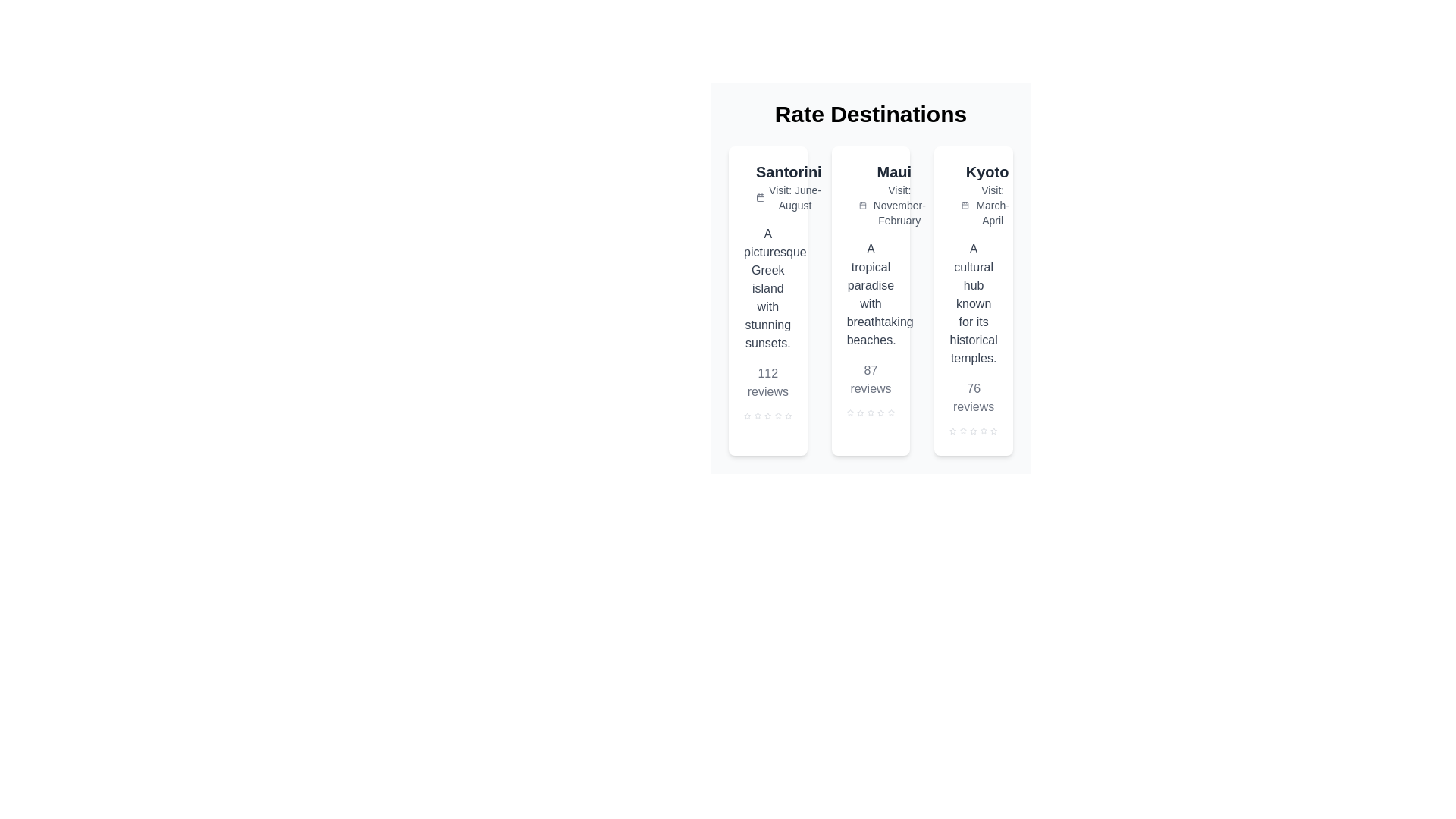  Describe the element at coordinates (871, 295) in the screenshot. I see `text from the gray font label displaying 'A tropical paradise with breathtaking beaches.' located in the second card under the title 'Rate Destinations'` at that location.